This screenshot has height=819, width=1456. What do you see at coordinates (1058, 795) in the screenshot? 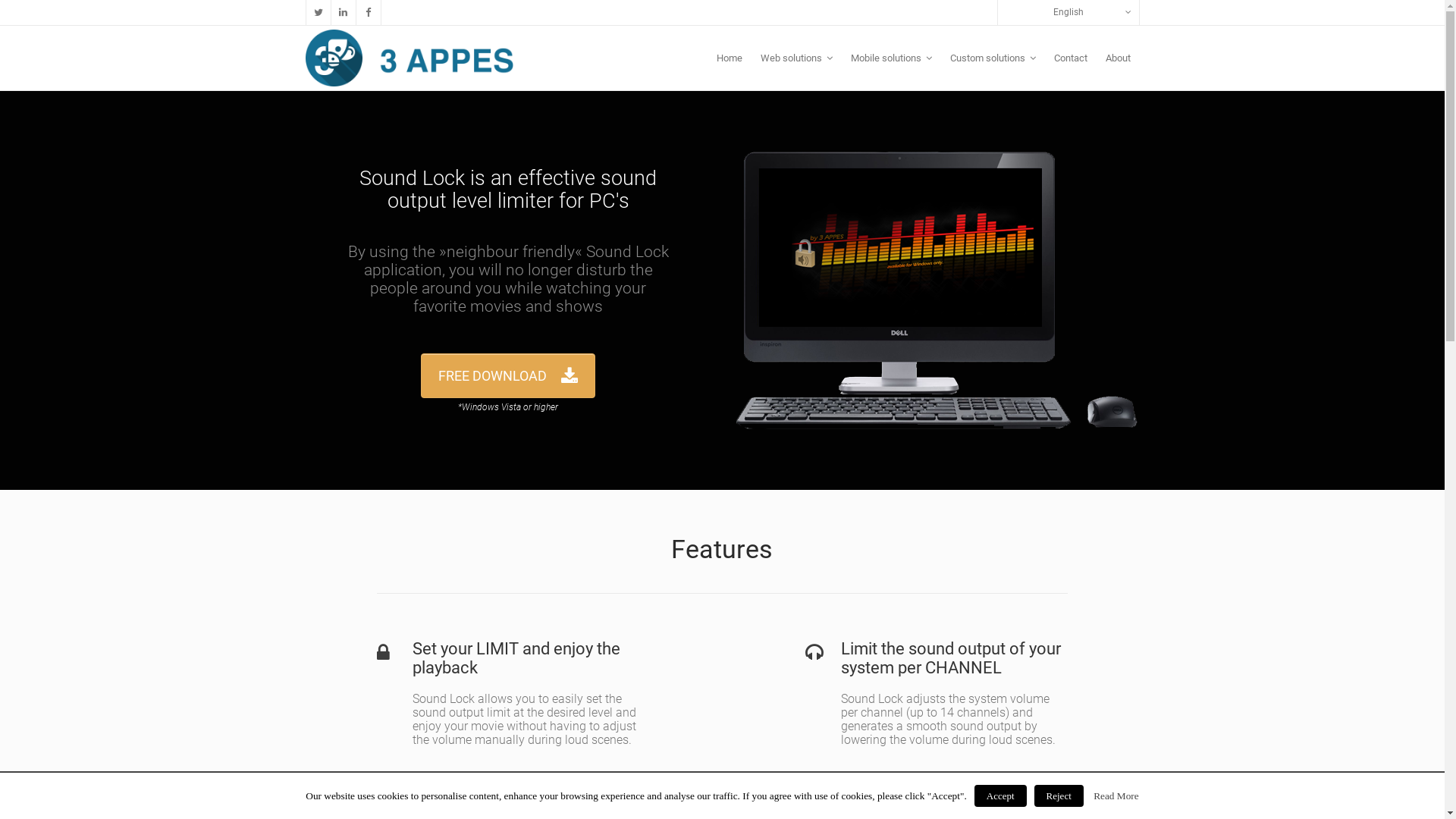
I see `'Reject'` at bounding box center [1058, 795].